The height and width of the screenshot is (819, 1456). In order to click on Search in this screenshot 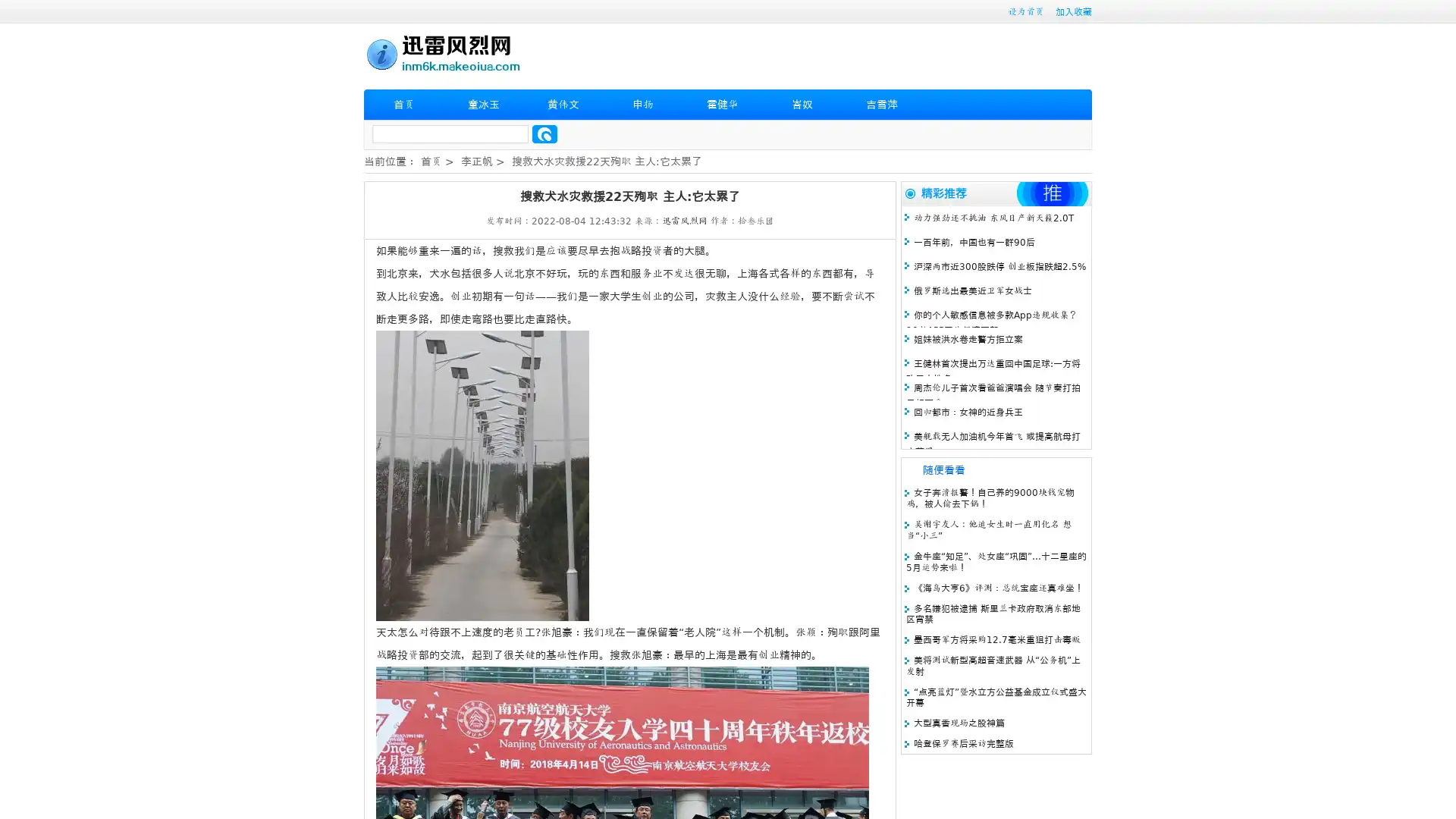, I will do `click(544, 133)`.